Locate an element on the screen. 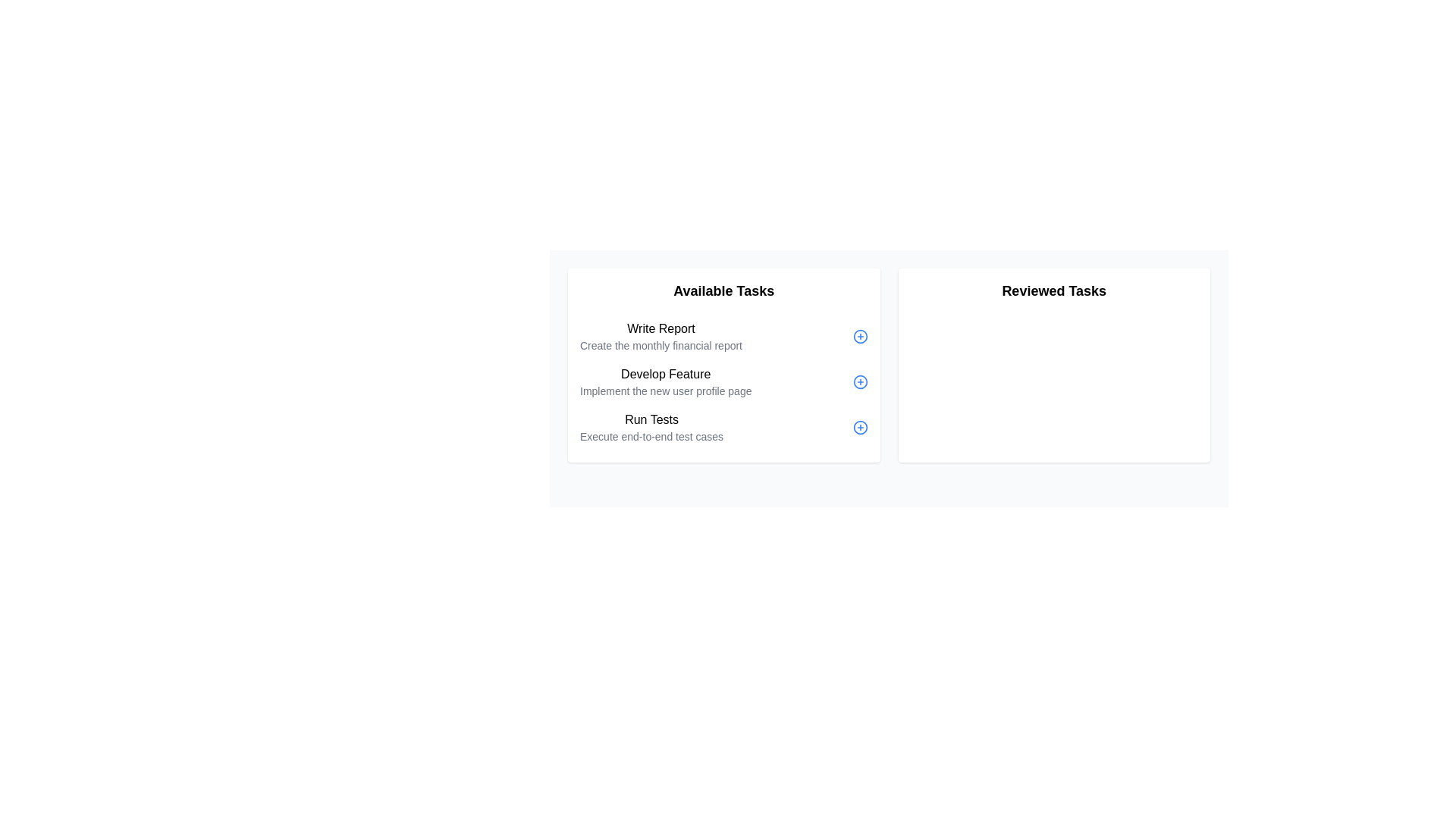  the text part of the Task item labeled 'Develop Feature' is located at coordinates (723, 381).